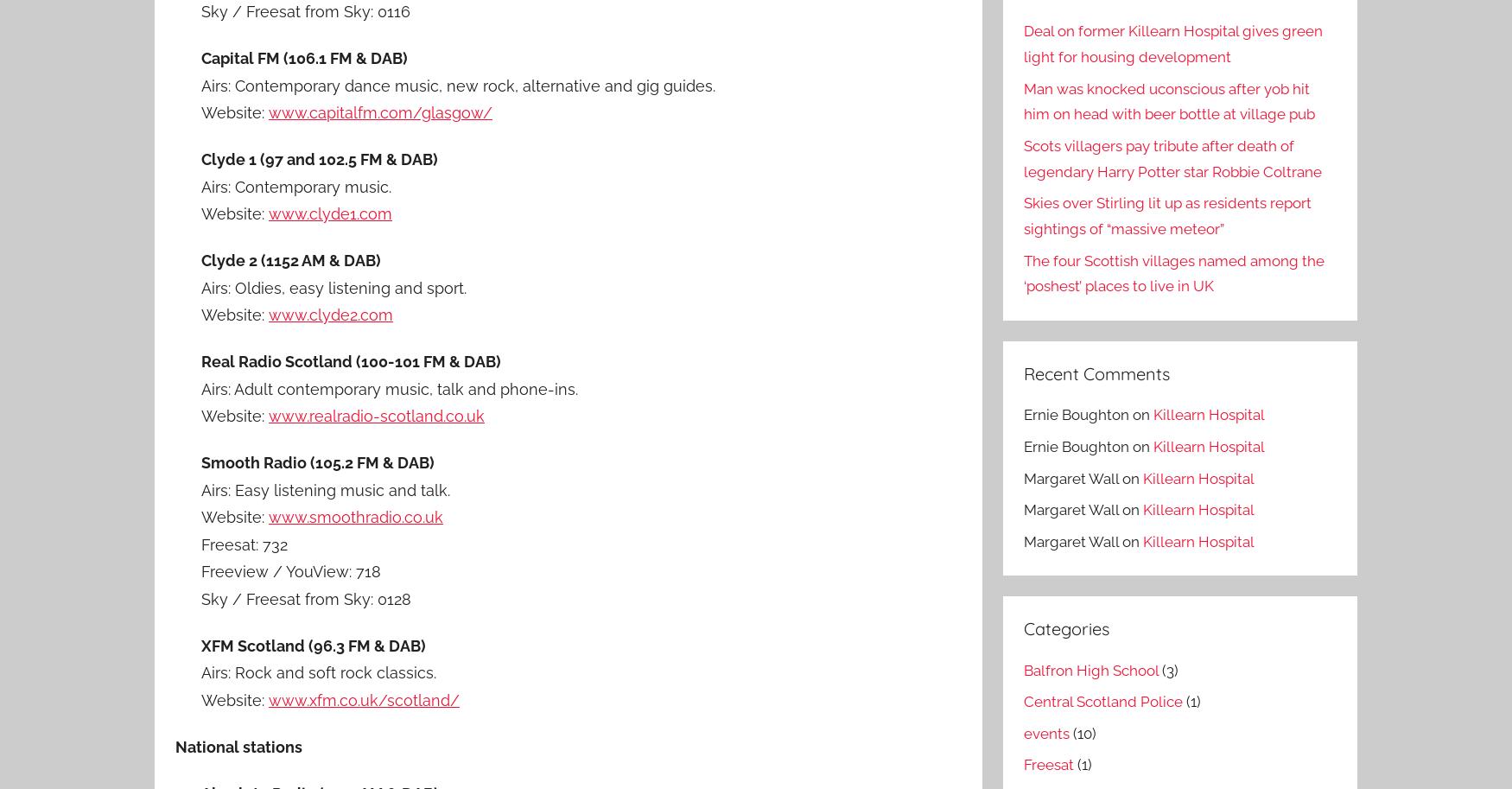 This screenshot has height=789, width=1512. I want to click on 'Airs: Easy listening music and talk.', so click(200, 488).